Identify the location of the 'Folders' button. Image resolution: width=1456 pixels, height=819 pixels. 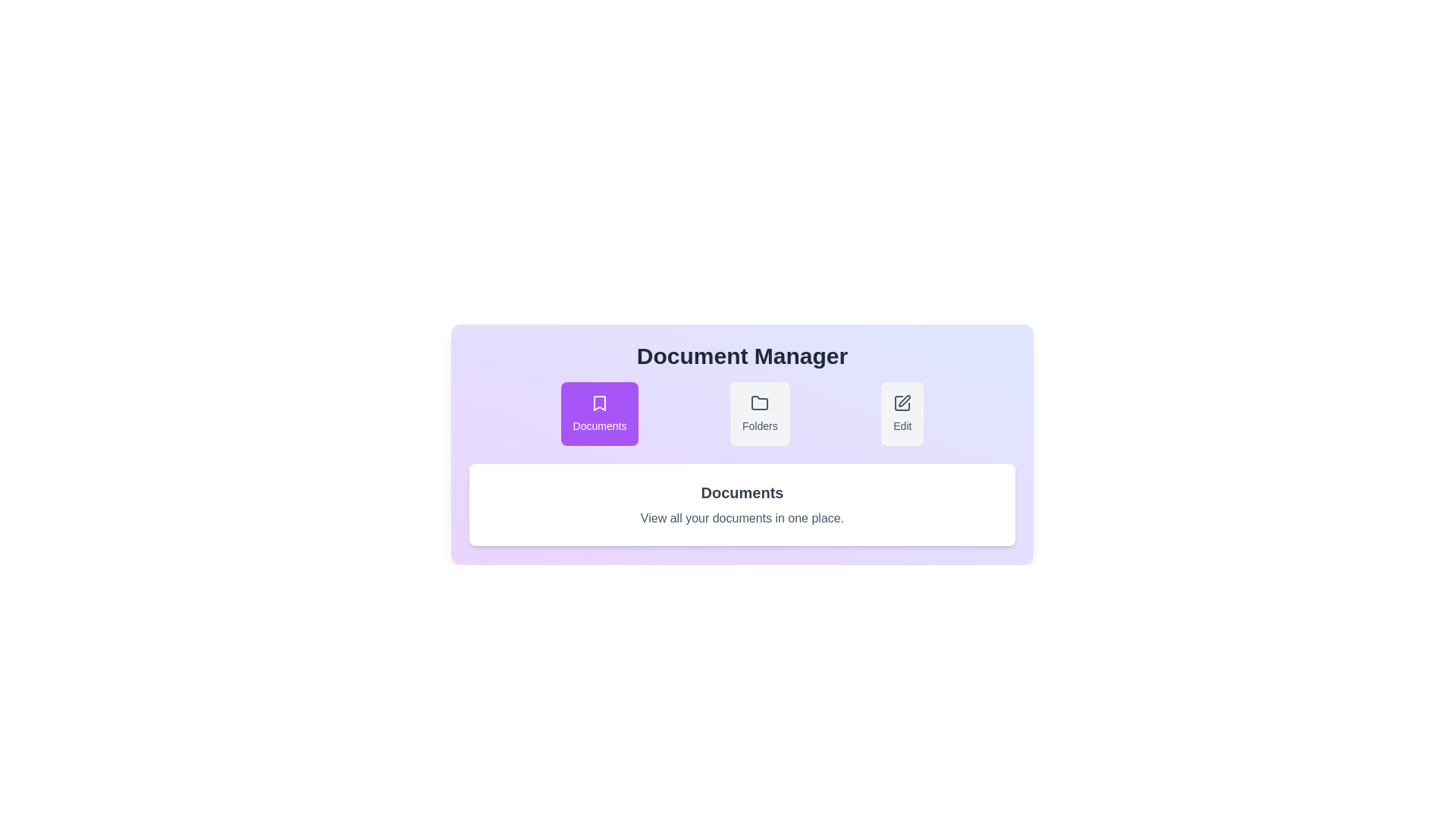
(760, 414).